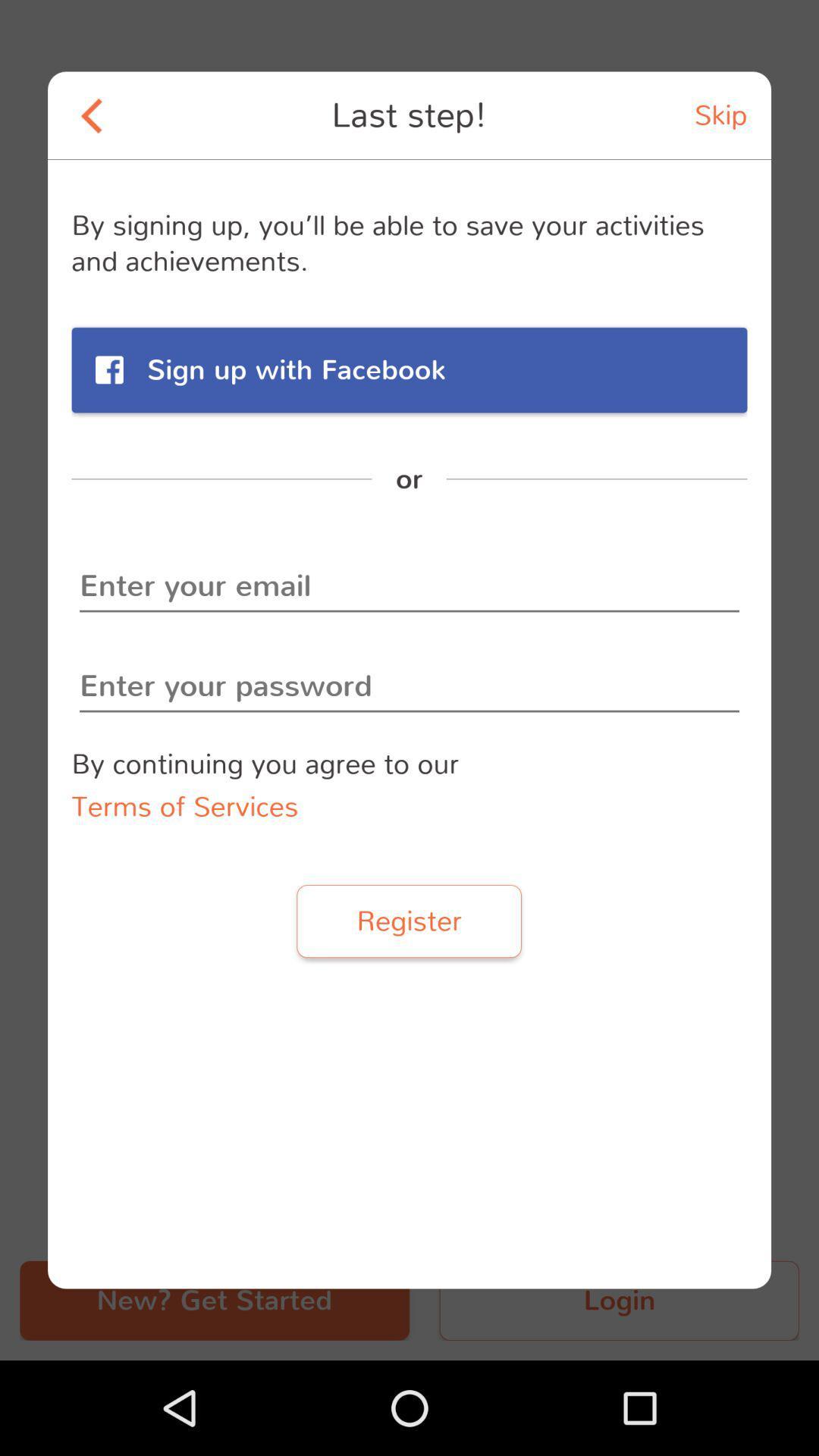  Describe the element at coordinates (91, 115) in the screenshot. I see `the arrow_backward icon` at that location.